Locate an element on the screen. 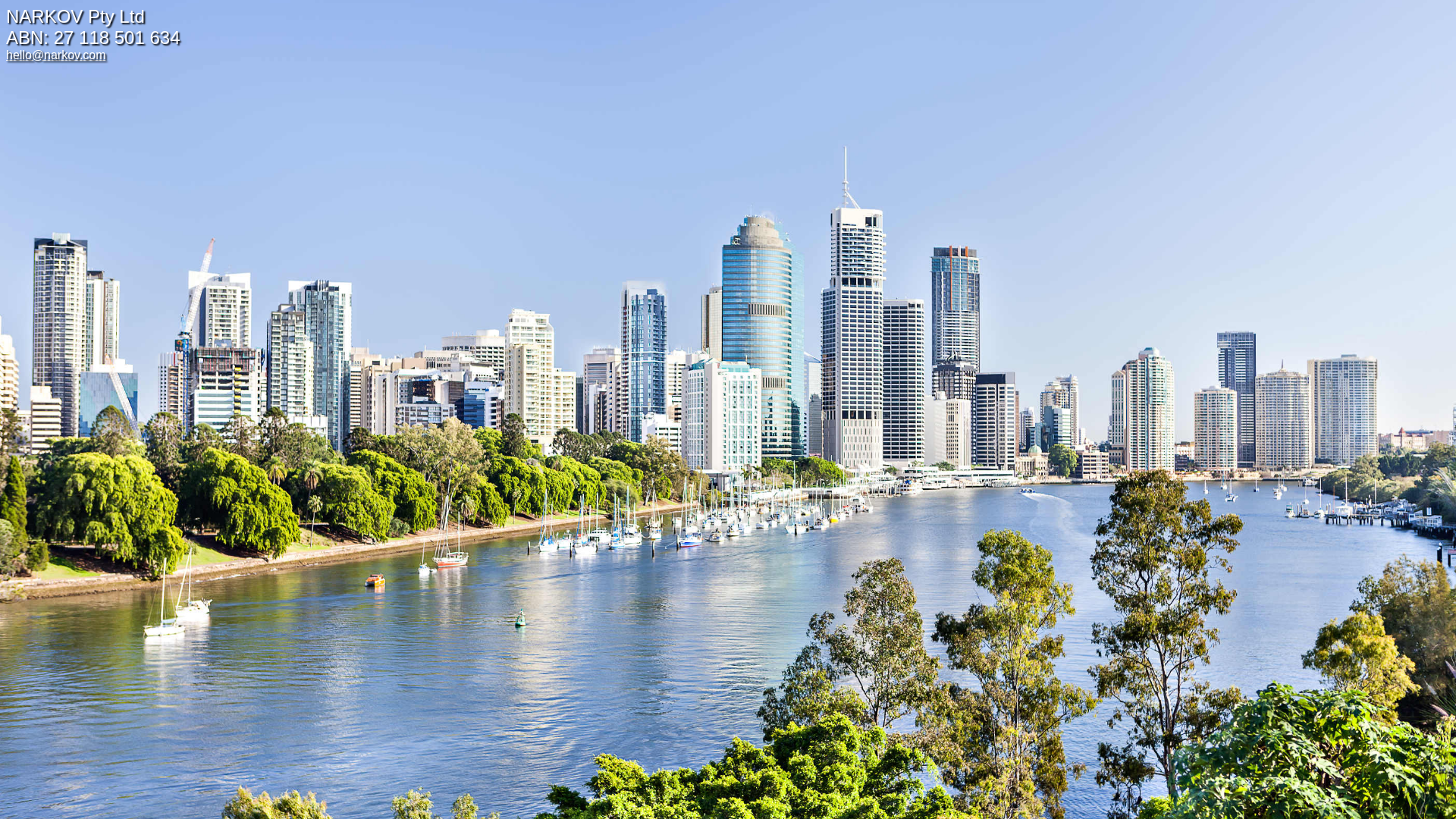 The image size is (1456, 819). 'hello@narkov.com' is located at coordinates (55, 54).